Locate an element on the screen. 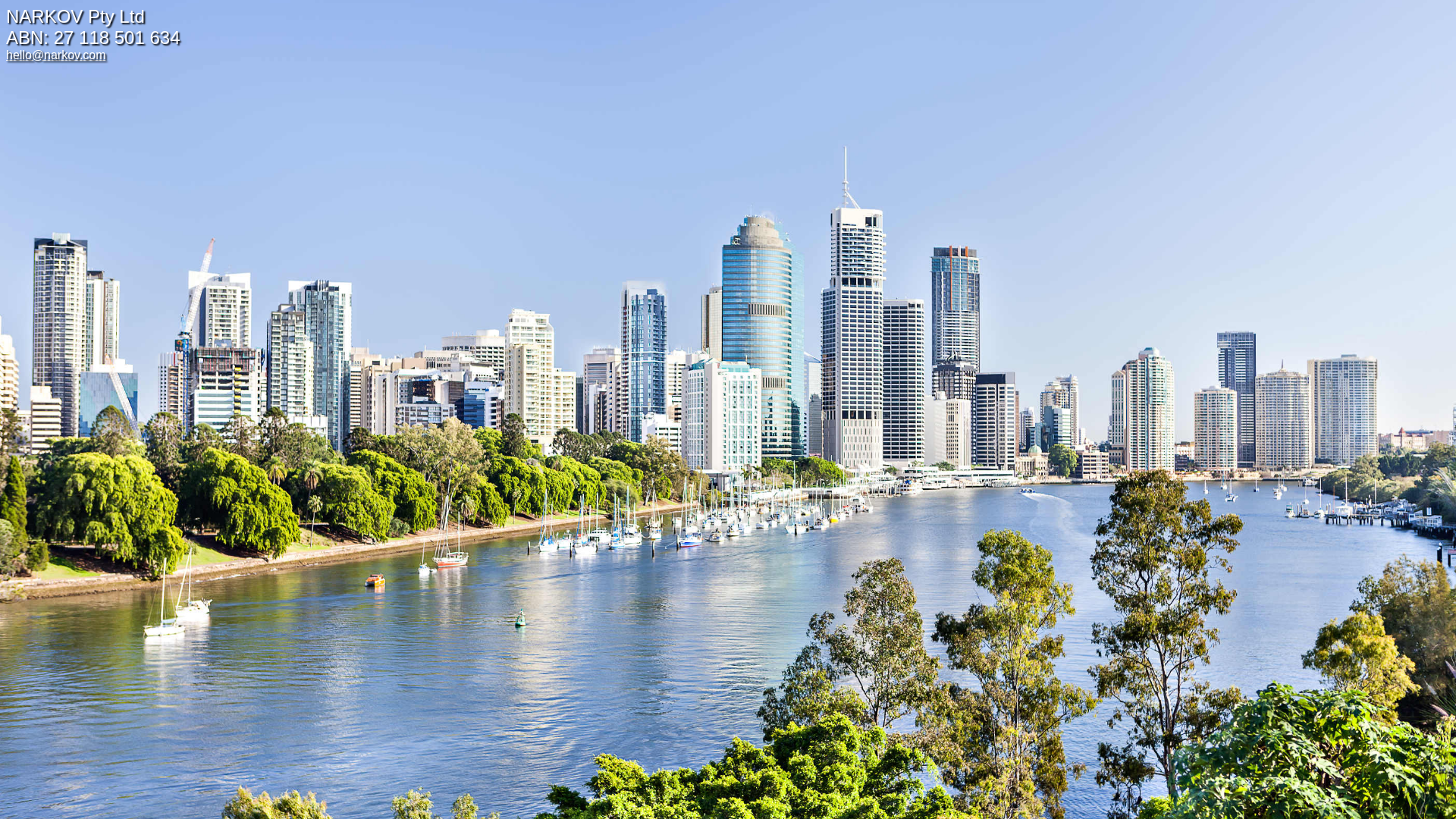 The image size is (1456, 819). 'hello@narkov.com' is located at coordinates (55, 54).